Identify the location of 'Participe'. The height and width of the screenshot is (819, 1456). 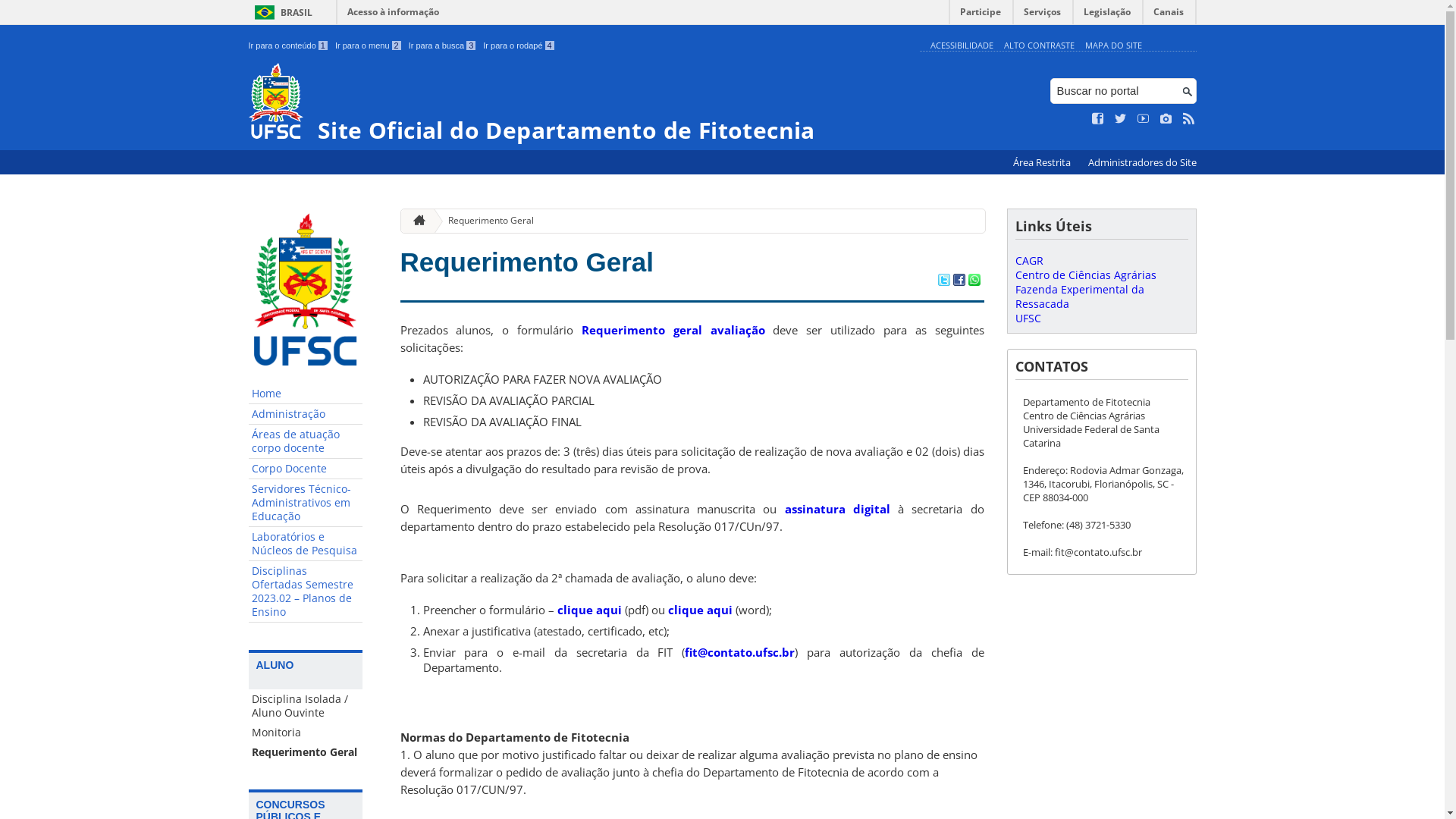
(980, 15).